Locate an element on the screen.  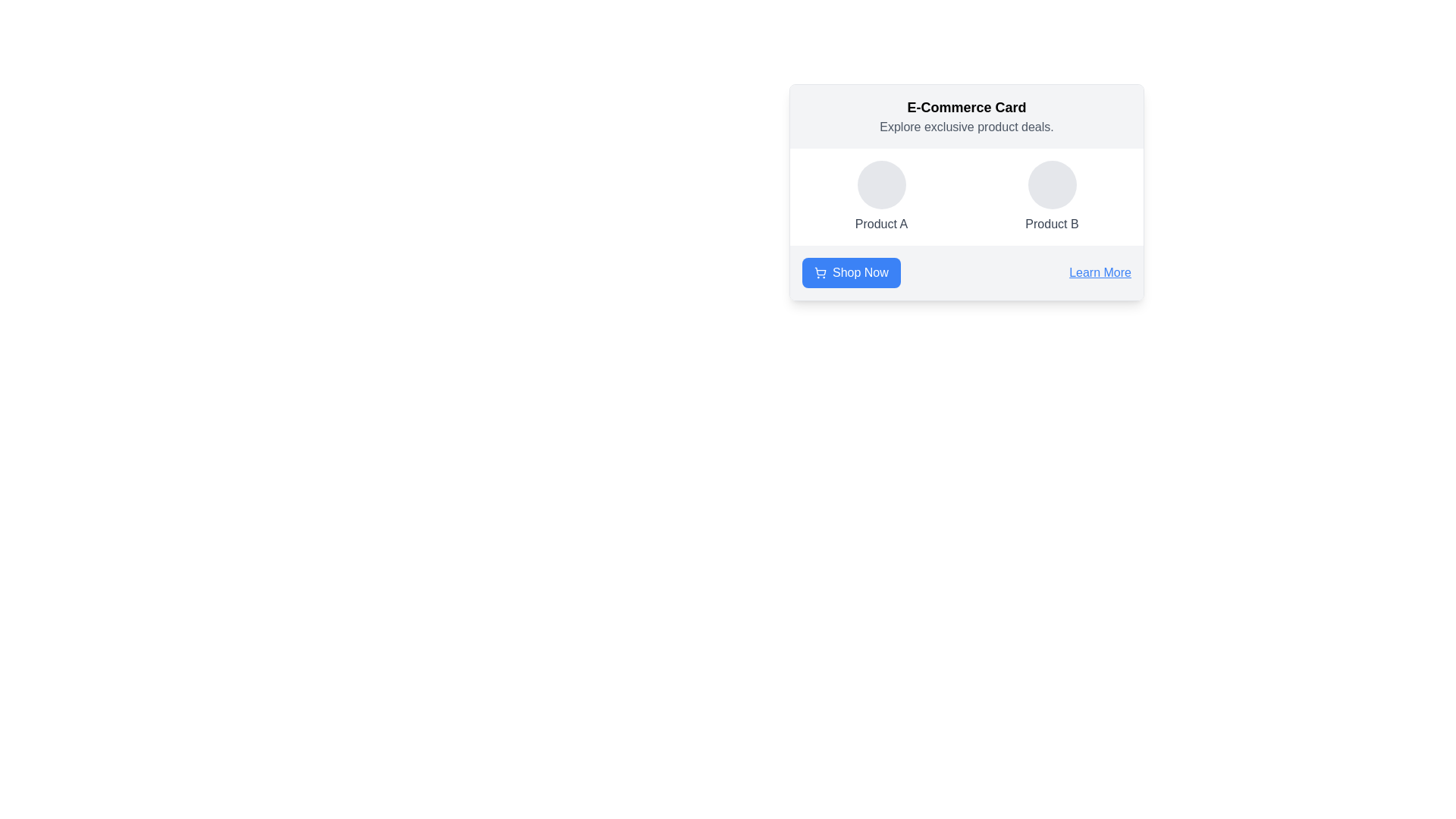
the distinct hyperlink text located in the lower-right corner of the e-commerce card layout, beneath 'Product B' is located at coordinates (1100, 271).